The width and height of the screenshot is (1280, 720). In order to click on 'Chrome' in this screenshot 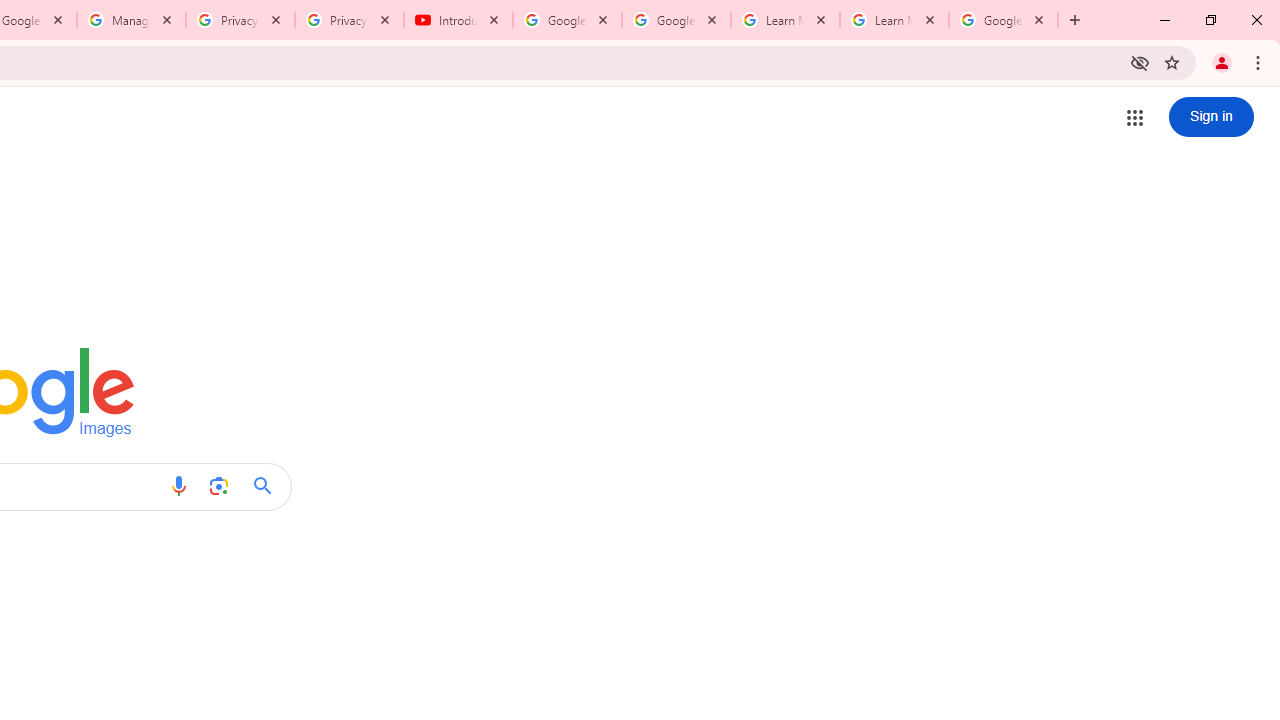, I will do `click(1259, 61)`.